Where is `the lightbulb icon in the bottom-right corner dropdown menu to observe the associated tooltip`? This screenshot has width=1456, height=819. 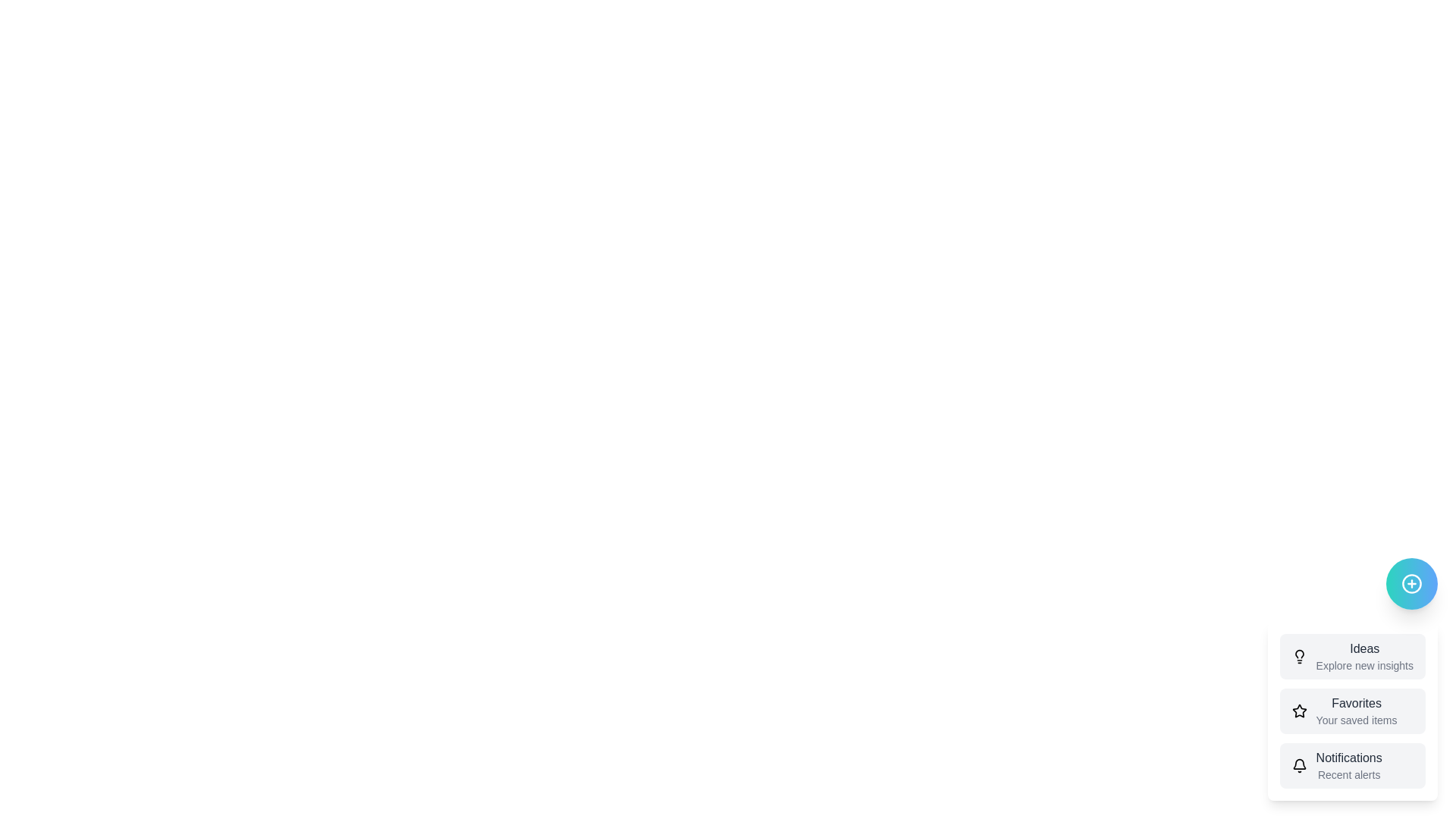
the lightbulb icon in the bottom-right corner dropdown menu to observe the associated tooltip is located at coordinates (1298, 653).